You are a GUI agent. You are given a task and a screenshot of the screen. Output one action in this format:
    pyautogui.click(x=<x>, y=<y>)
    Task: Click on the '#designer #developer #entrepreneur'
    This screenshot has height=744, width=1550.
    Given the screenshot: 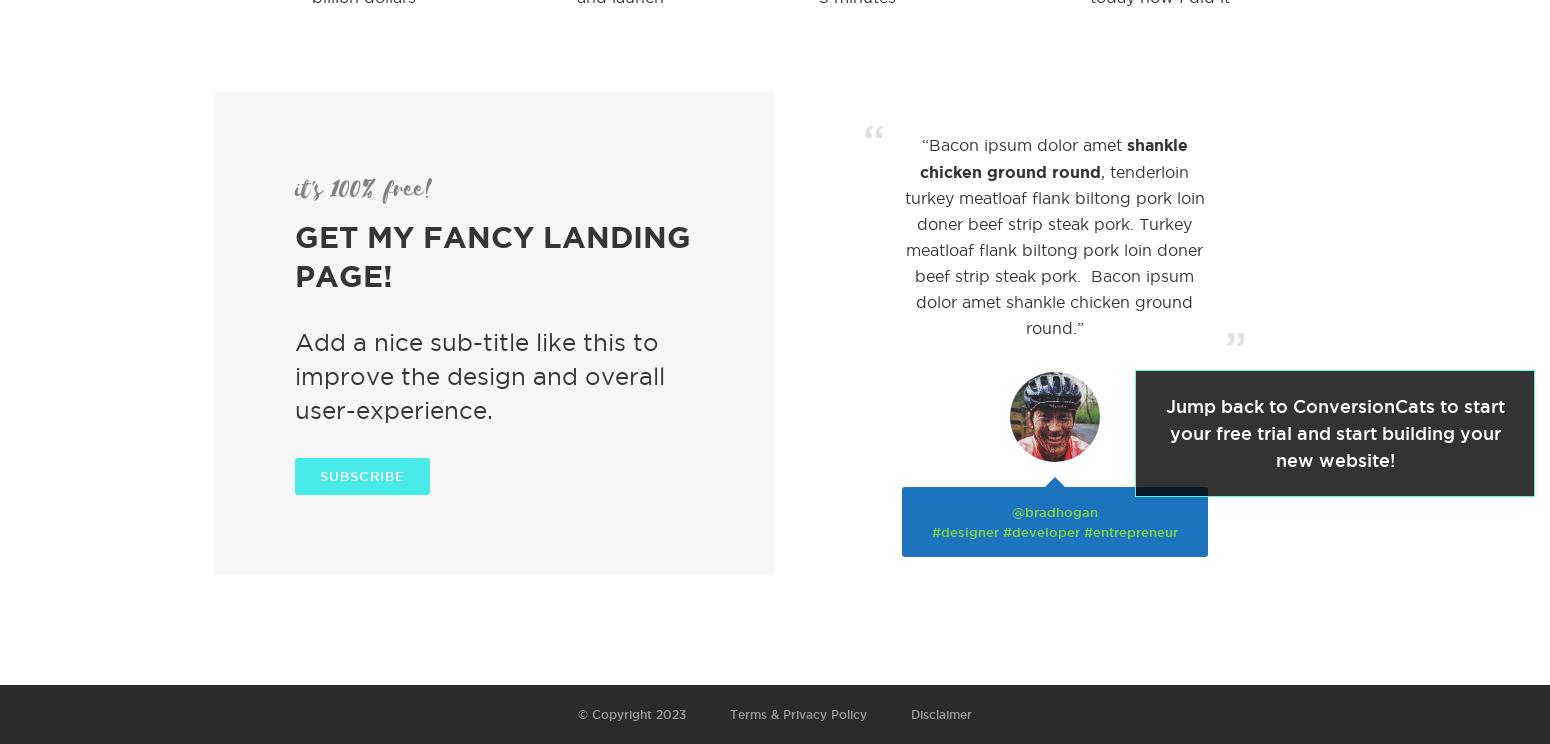 What is the action you would take?
    pyautogui.click(x=931, y=531)
    